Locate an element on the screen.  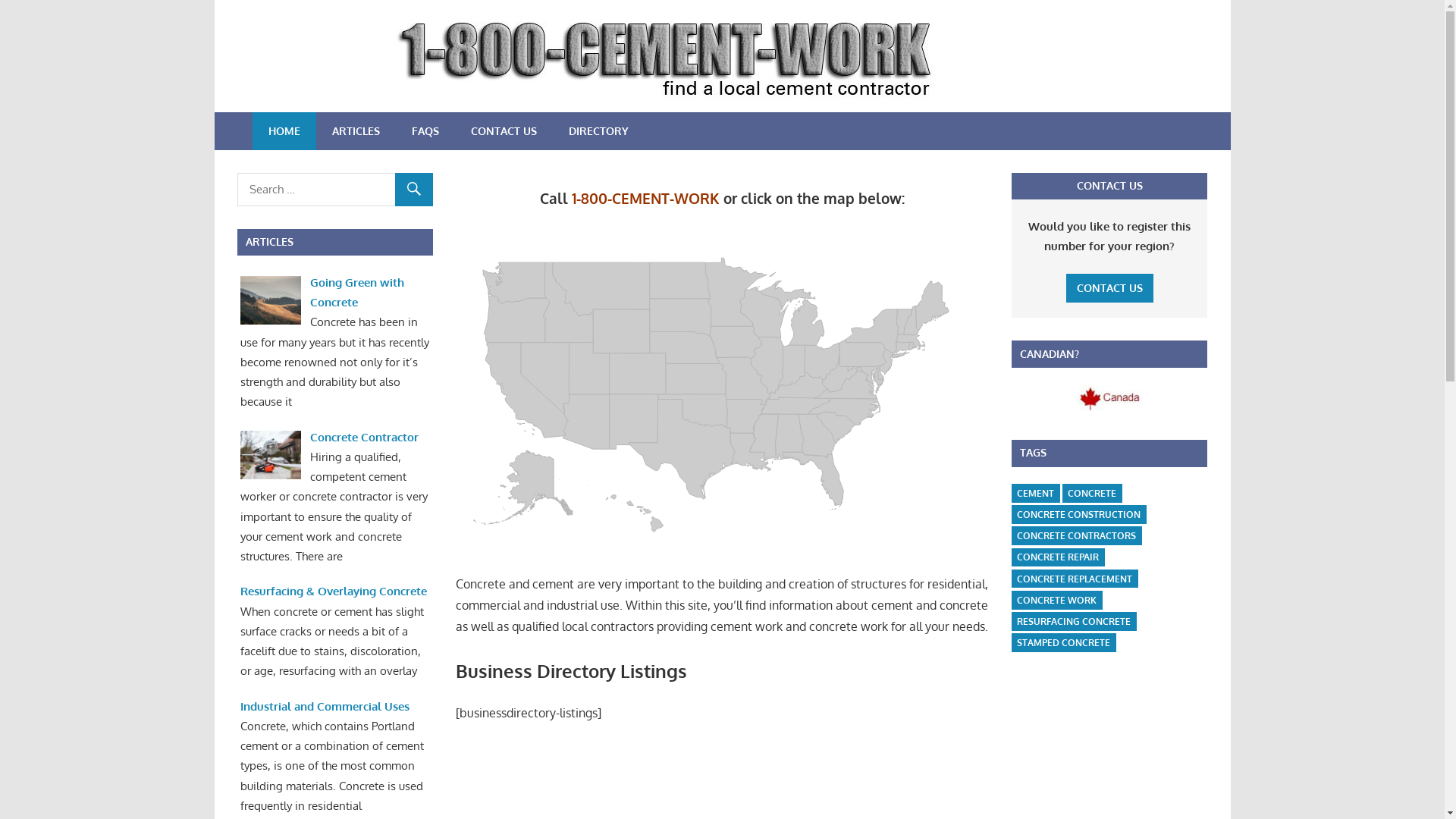
'Search for:' is located at coordinates (334, 189).